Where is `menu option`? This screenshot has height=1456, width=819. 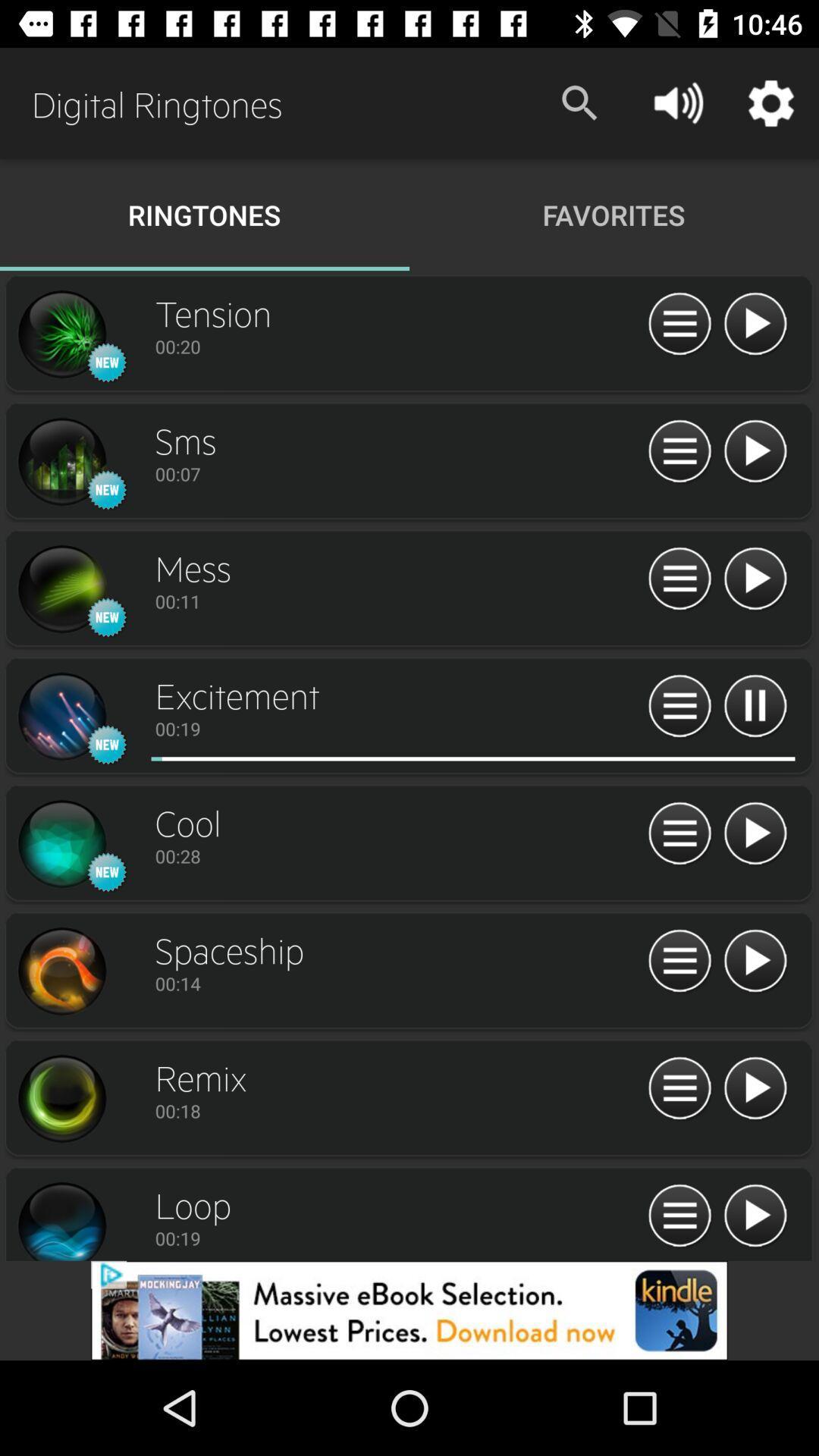
menu option is located at coordinates (679, 961).